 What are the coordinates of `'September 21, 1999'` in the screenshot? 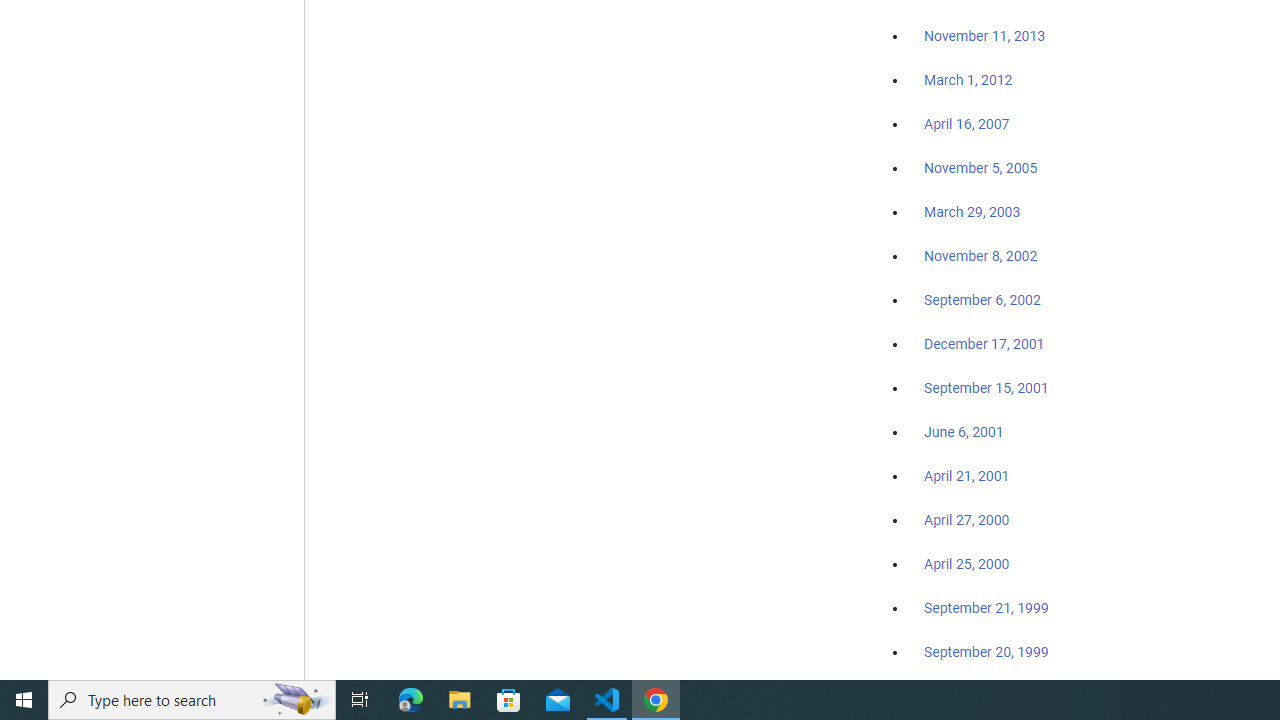 It's located at (986, 607).